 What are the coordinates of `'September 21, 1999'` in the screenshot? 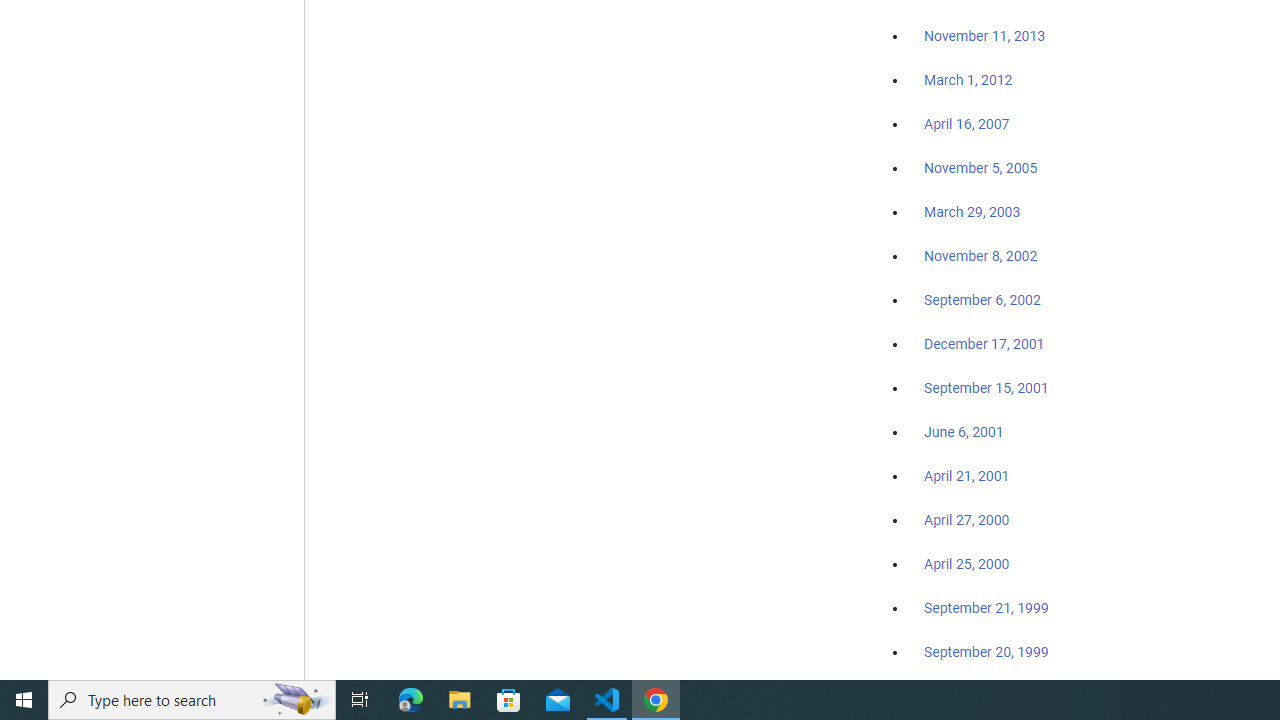 It's located at (986, 607).